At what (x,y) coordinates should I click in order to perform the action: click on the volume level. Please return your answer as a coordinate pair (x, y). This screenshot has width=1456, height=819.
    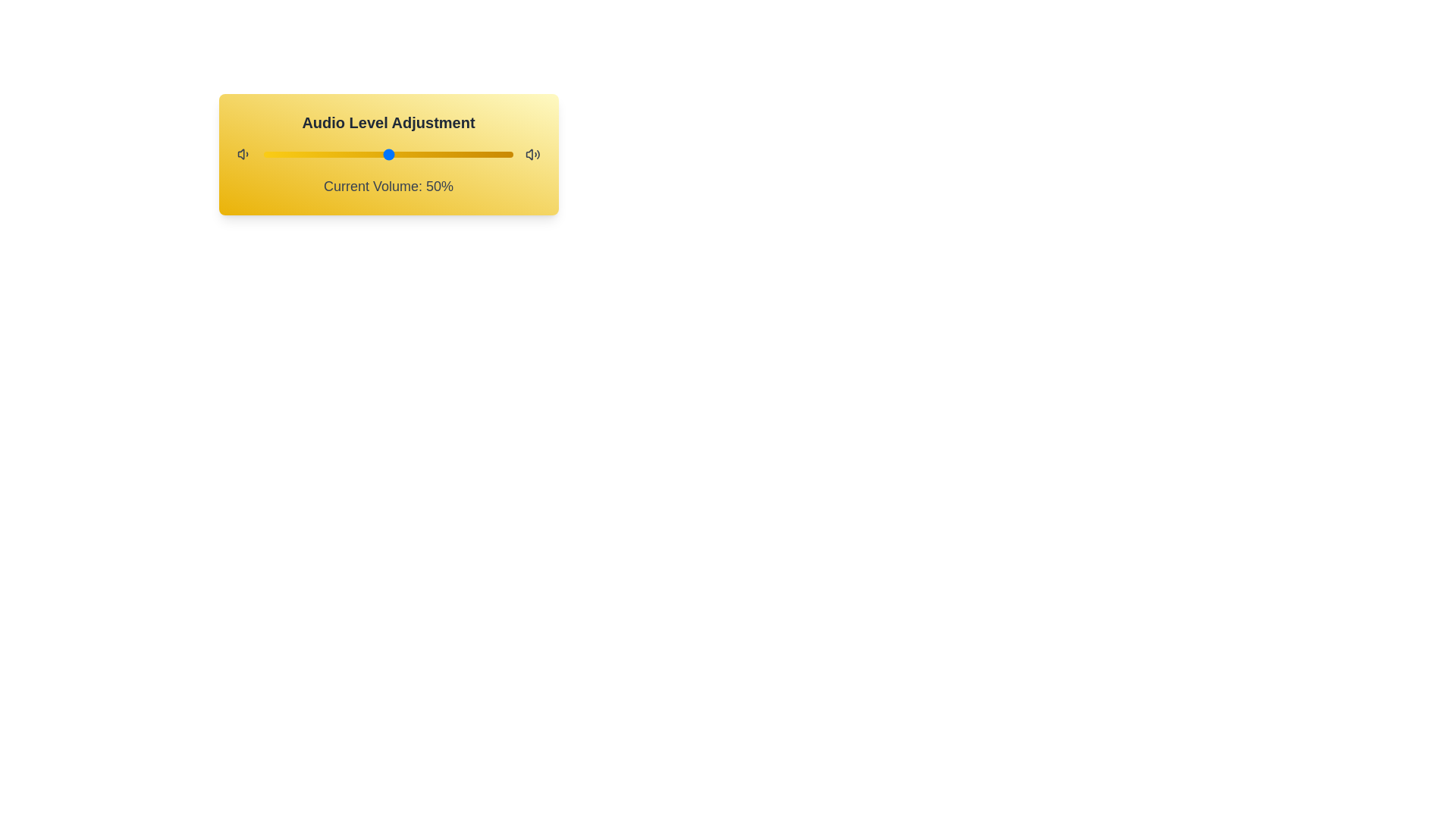
    Looking at the image, I should click on (495, 155).